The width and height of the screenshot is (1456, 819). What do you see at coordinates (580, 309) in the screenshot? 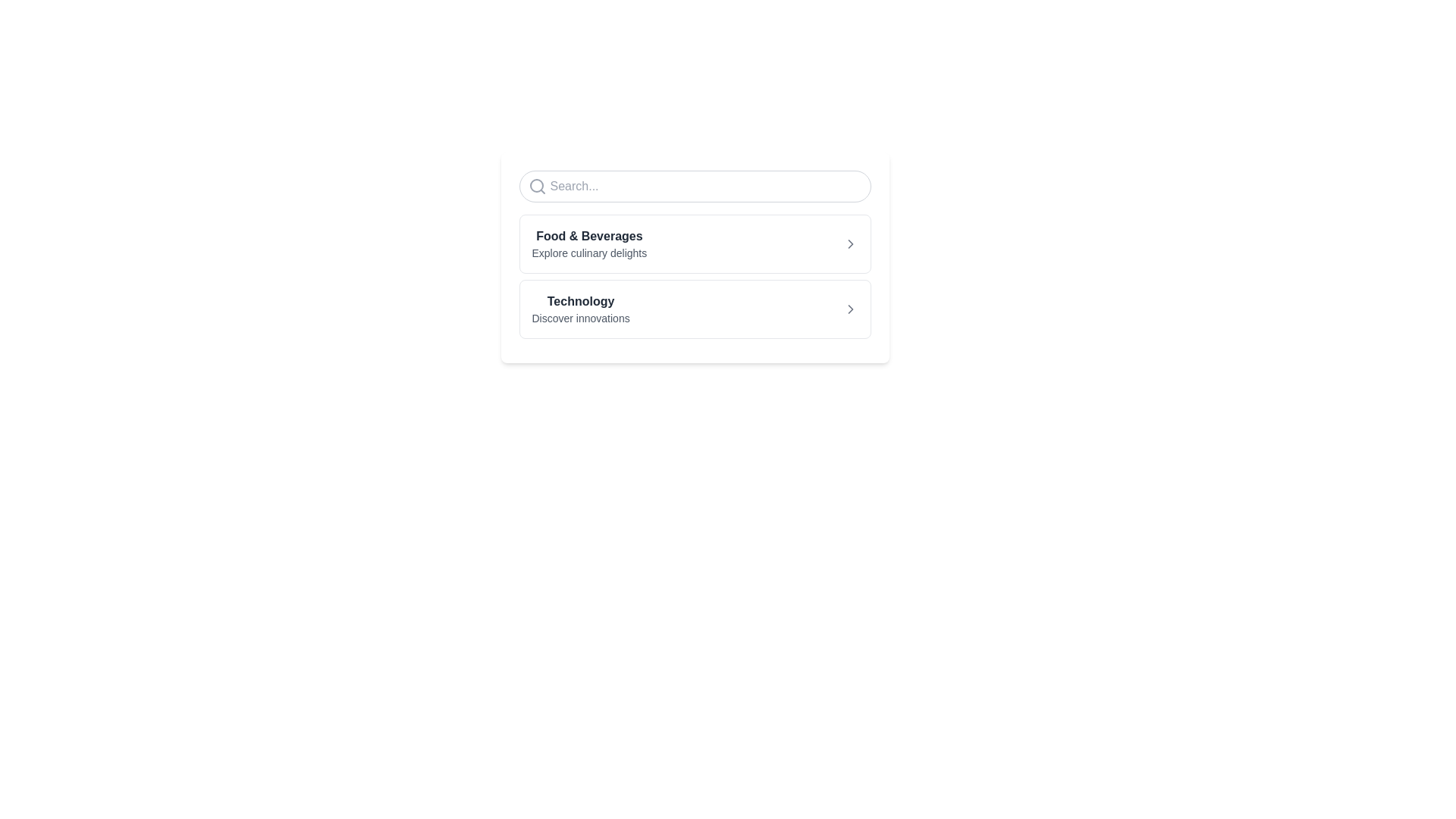
I see `the second list item labeled 'Technology'` at bounding box center [580, 309].